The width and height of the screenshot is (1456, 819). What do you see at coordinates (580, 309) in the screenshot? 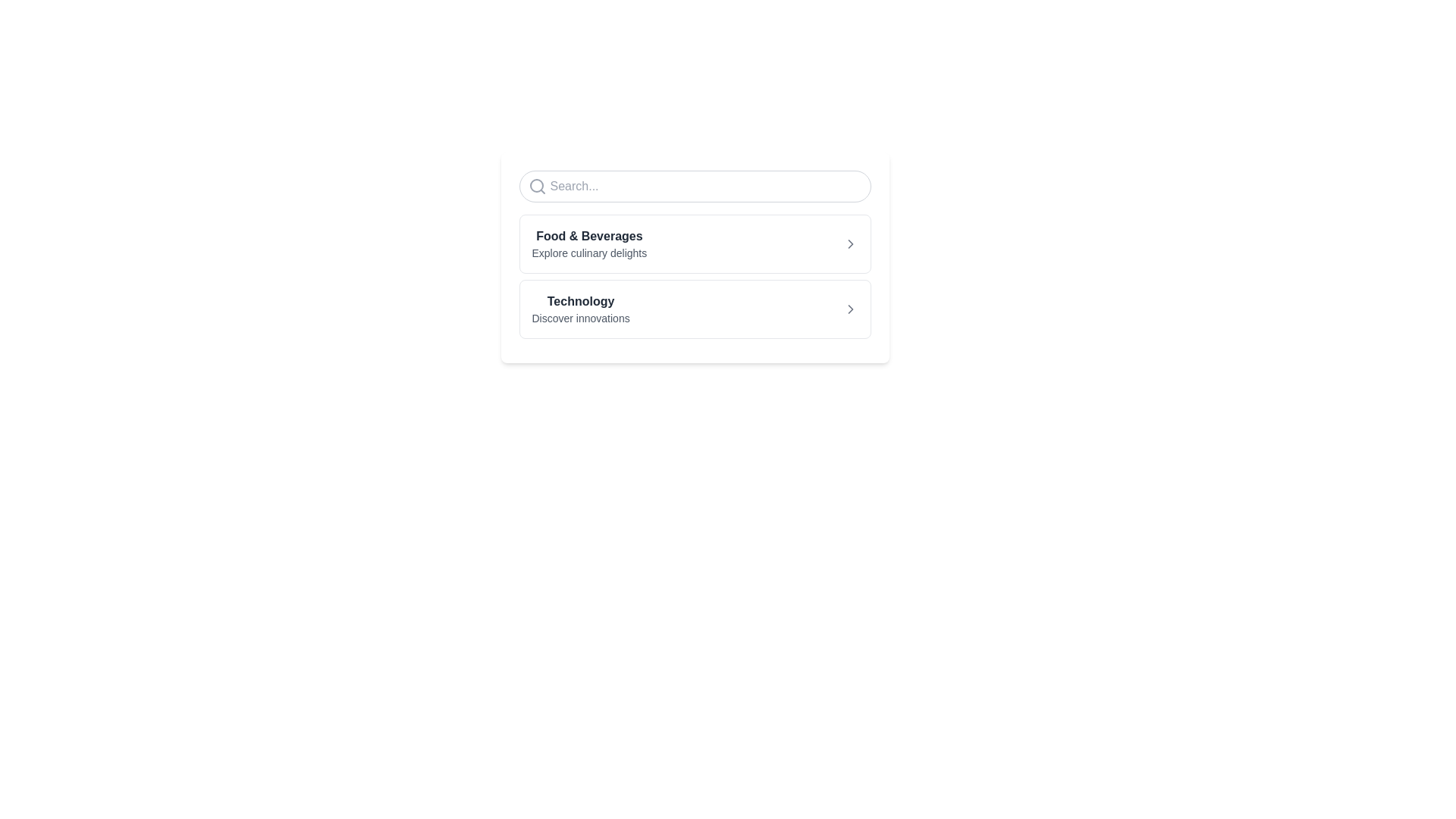
I see `the second list item labeled 'Technology'` at bounding box center [580, 309].